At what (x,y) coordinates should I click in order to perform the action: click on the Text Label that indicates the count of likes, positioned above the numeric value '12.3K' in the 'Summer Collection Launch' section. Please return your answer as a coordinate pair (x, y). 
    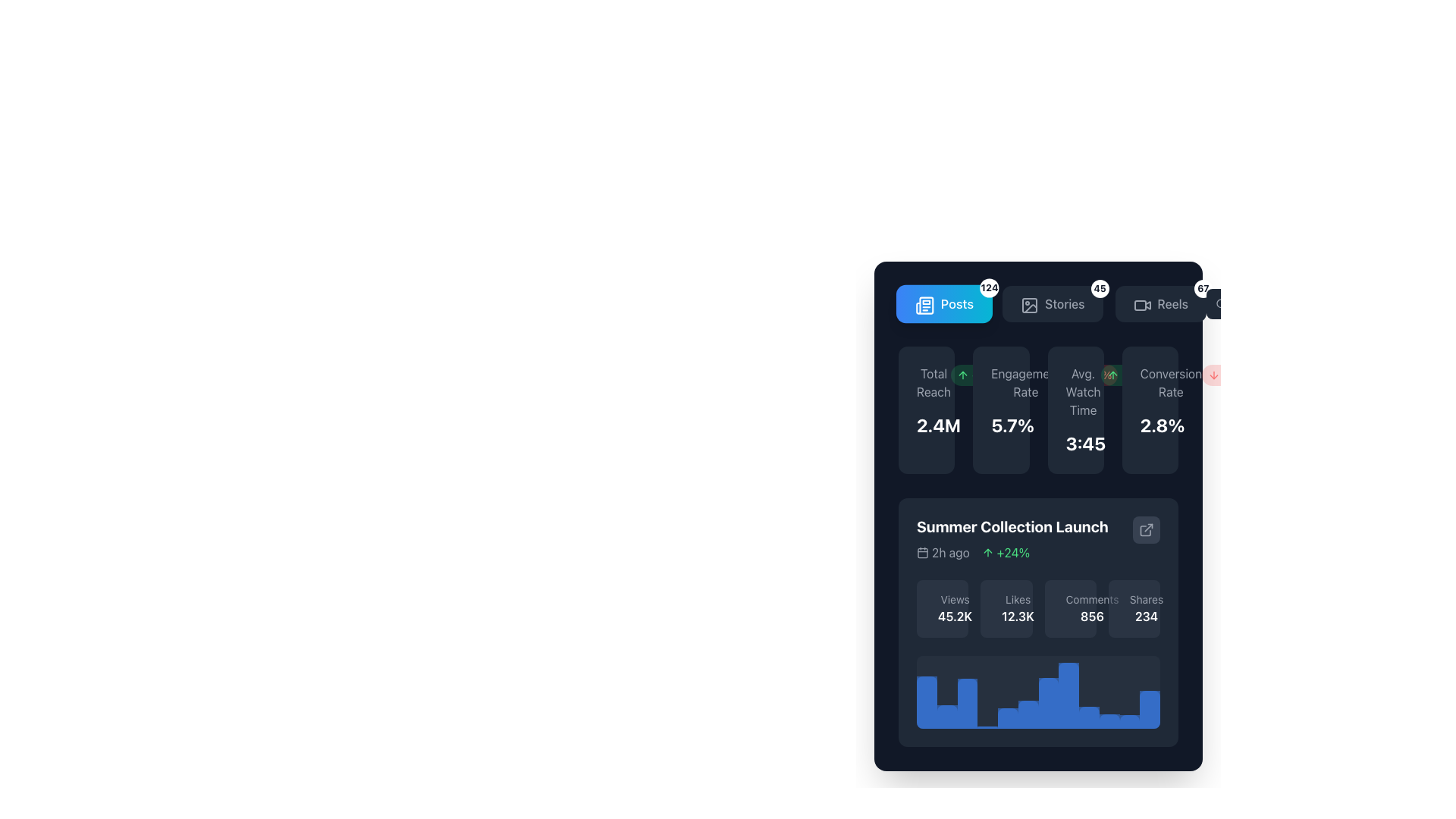
    Looking at the image, I should click on (1018, 598).